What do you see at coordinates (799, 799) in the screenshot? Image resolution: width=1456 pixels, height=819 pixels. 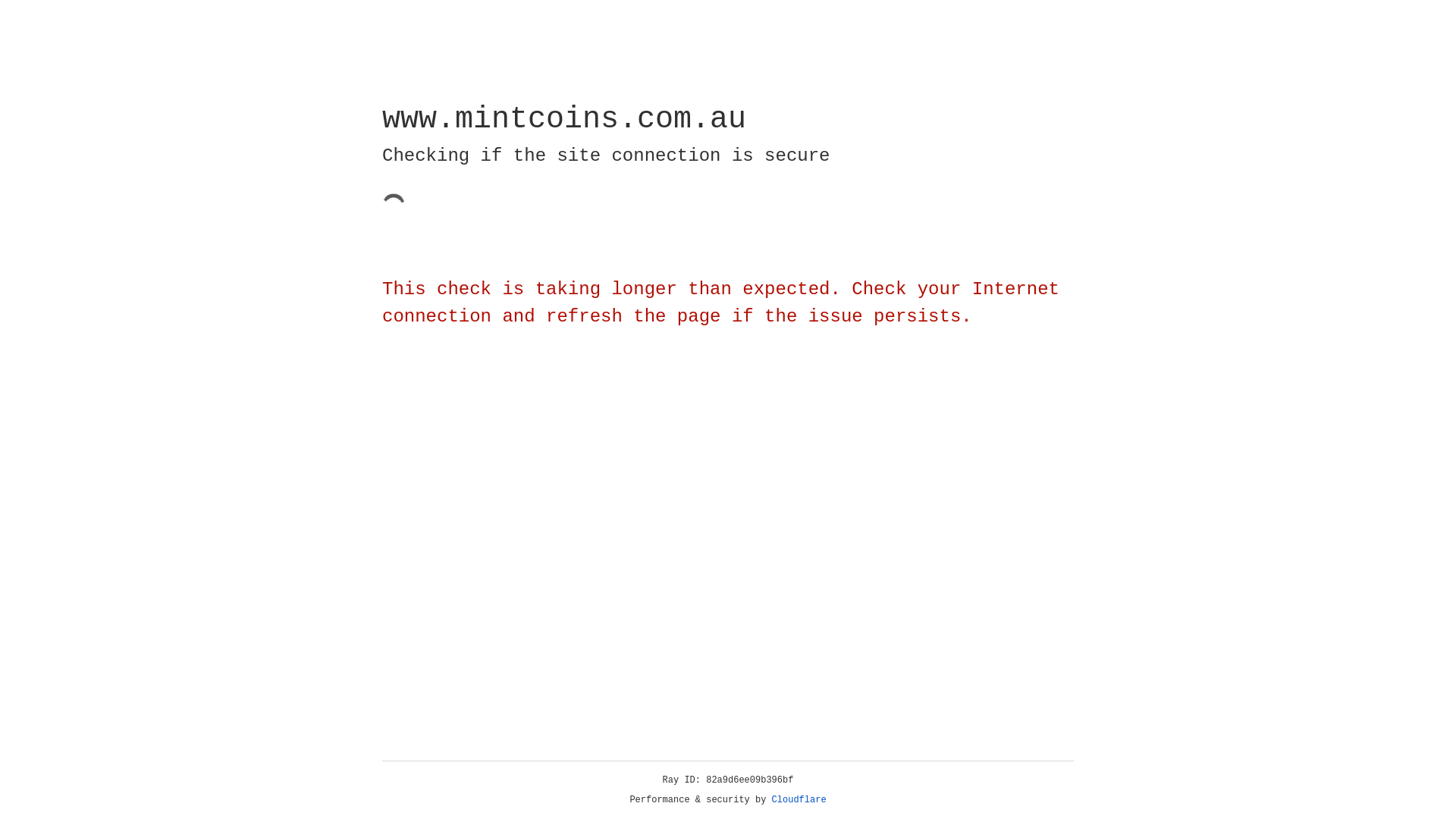 I see `'Cloudflare'` at bounding box center [799, 799].